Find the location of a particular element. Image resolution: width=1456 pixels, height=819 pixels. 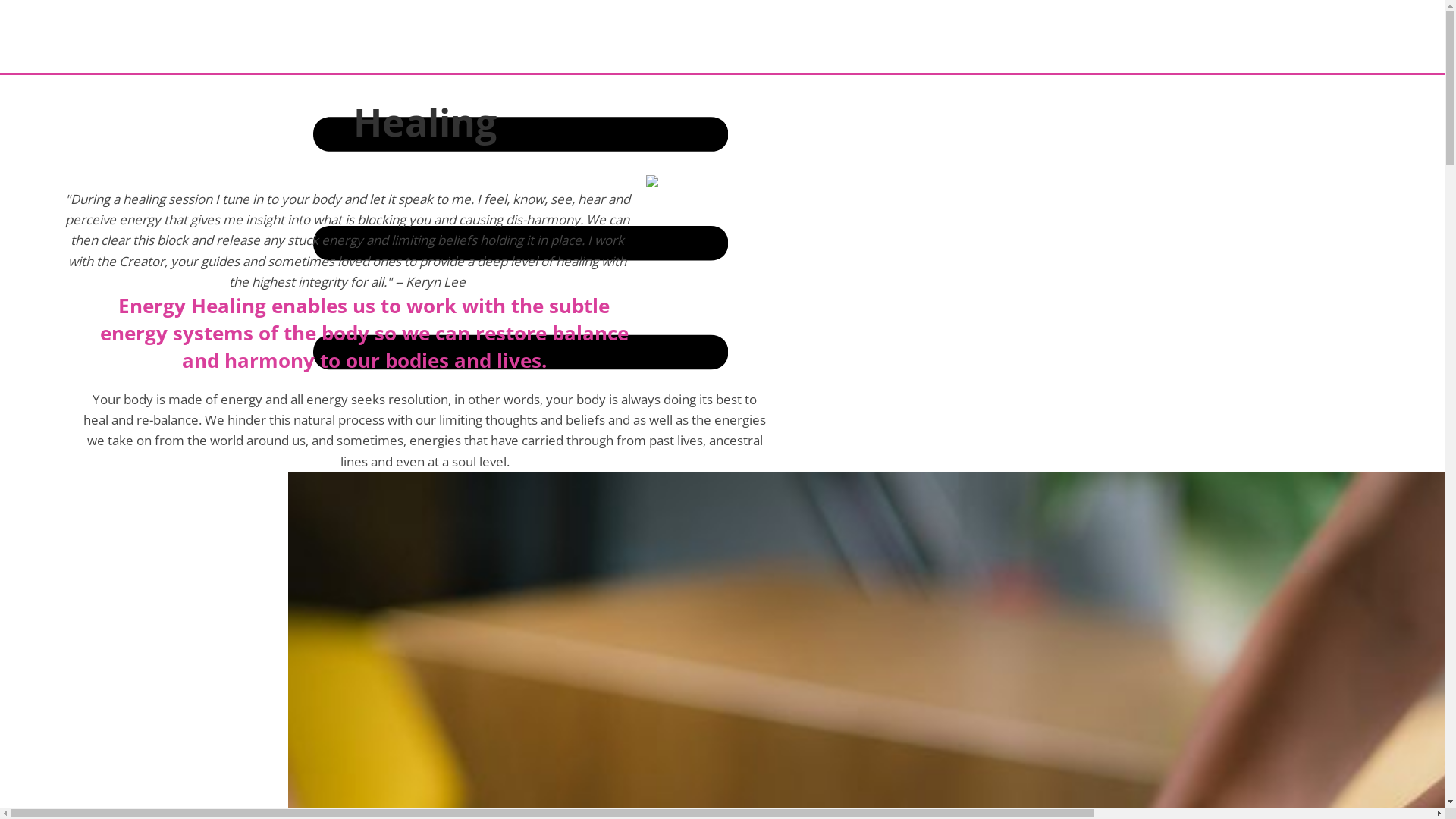

'klh photo shoot sml' is located at coordinates (773, 271).